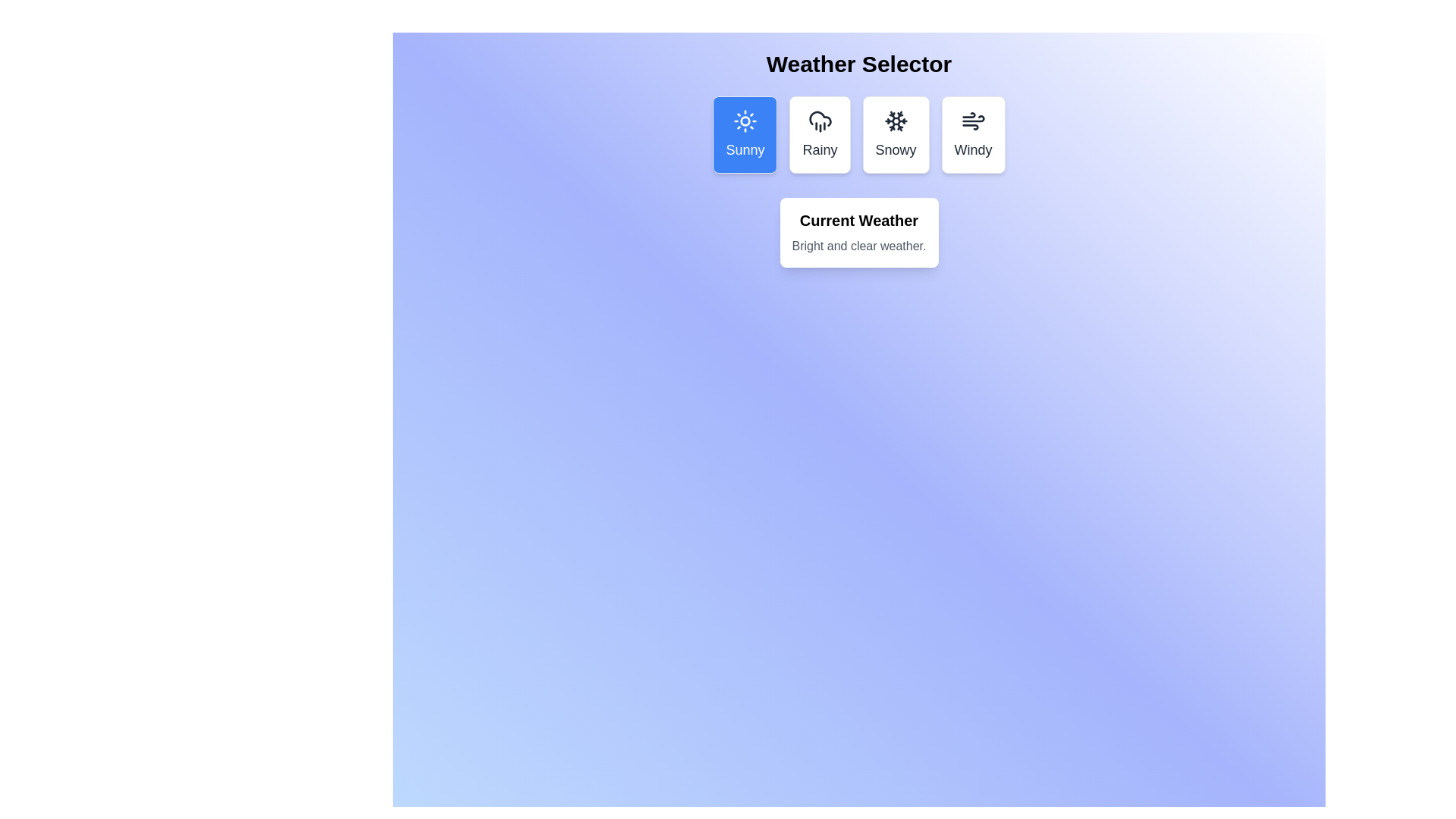 This screenshot has height=819, width=1456. What do you see at coordinates (972, 133) in the screenshot?
I see `the weather option Windy by clicking on the respective button` at bounding box center [972, 133].